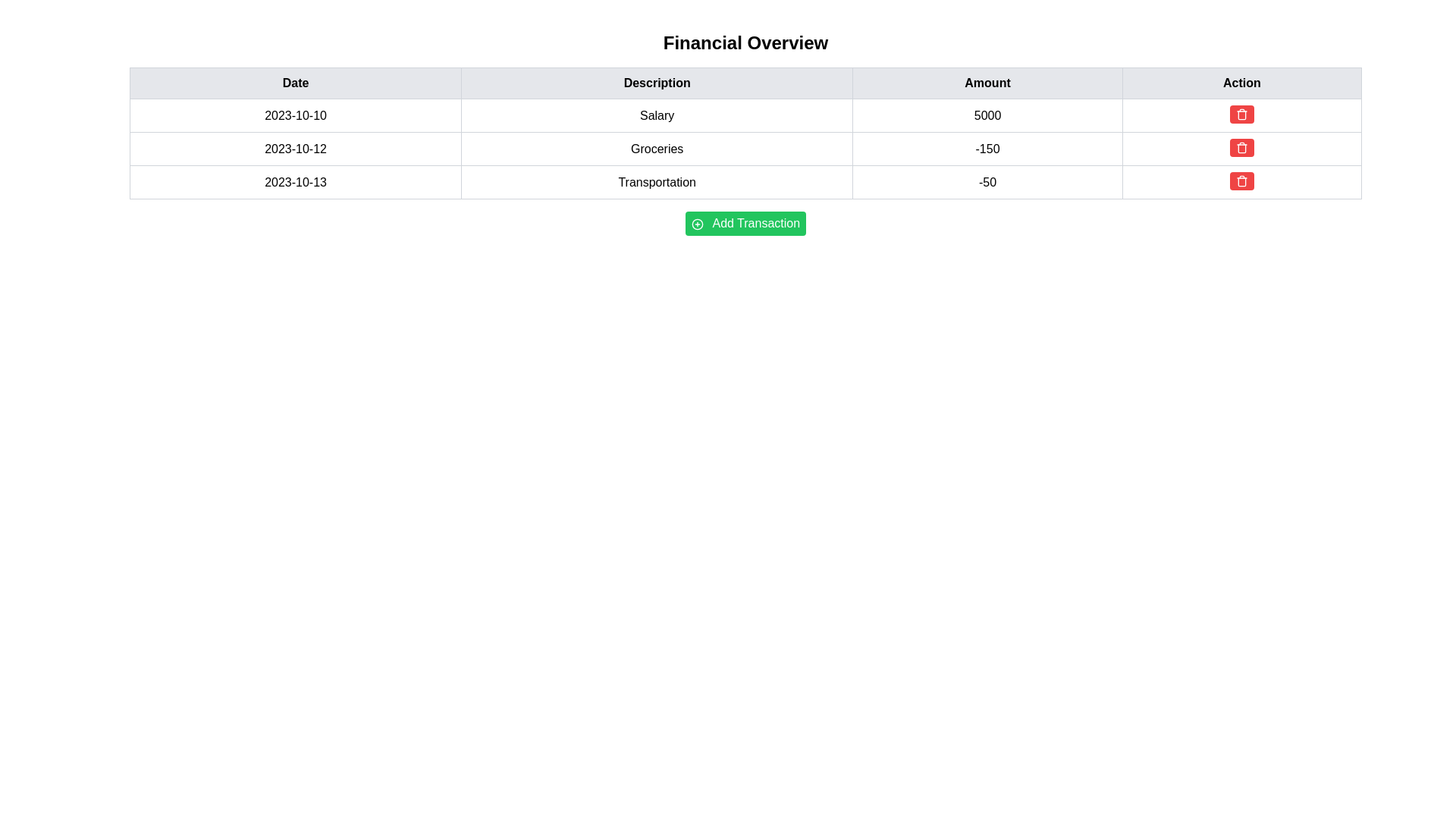  Describe the element at coordinates (1241, 149) in the screenshot. I see `the red rectangular button with a trash bin icon located in the 'Action' column of the financial overview table for the 'Groceries' entry dated '2023-10-12'` at that location.